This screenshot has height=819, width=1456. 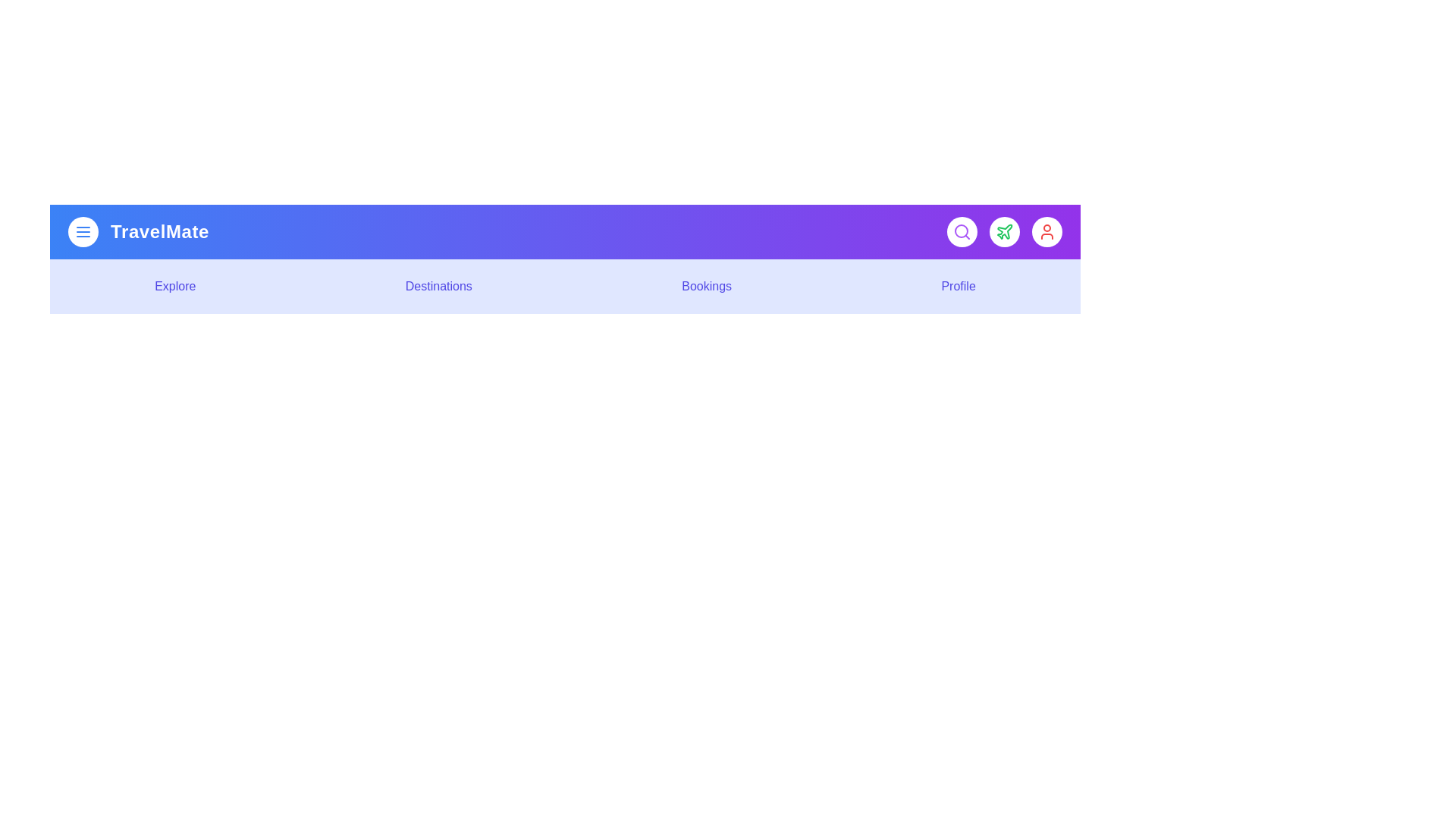 I want to click on the interactive element Search Button to observe visual feedback, so click(x=961, y=231).